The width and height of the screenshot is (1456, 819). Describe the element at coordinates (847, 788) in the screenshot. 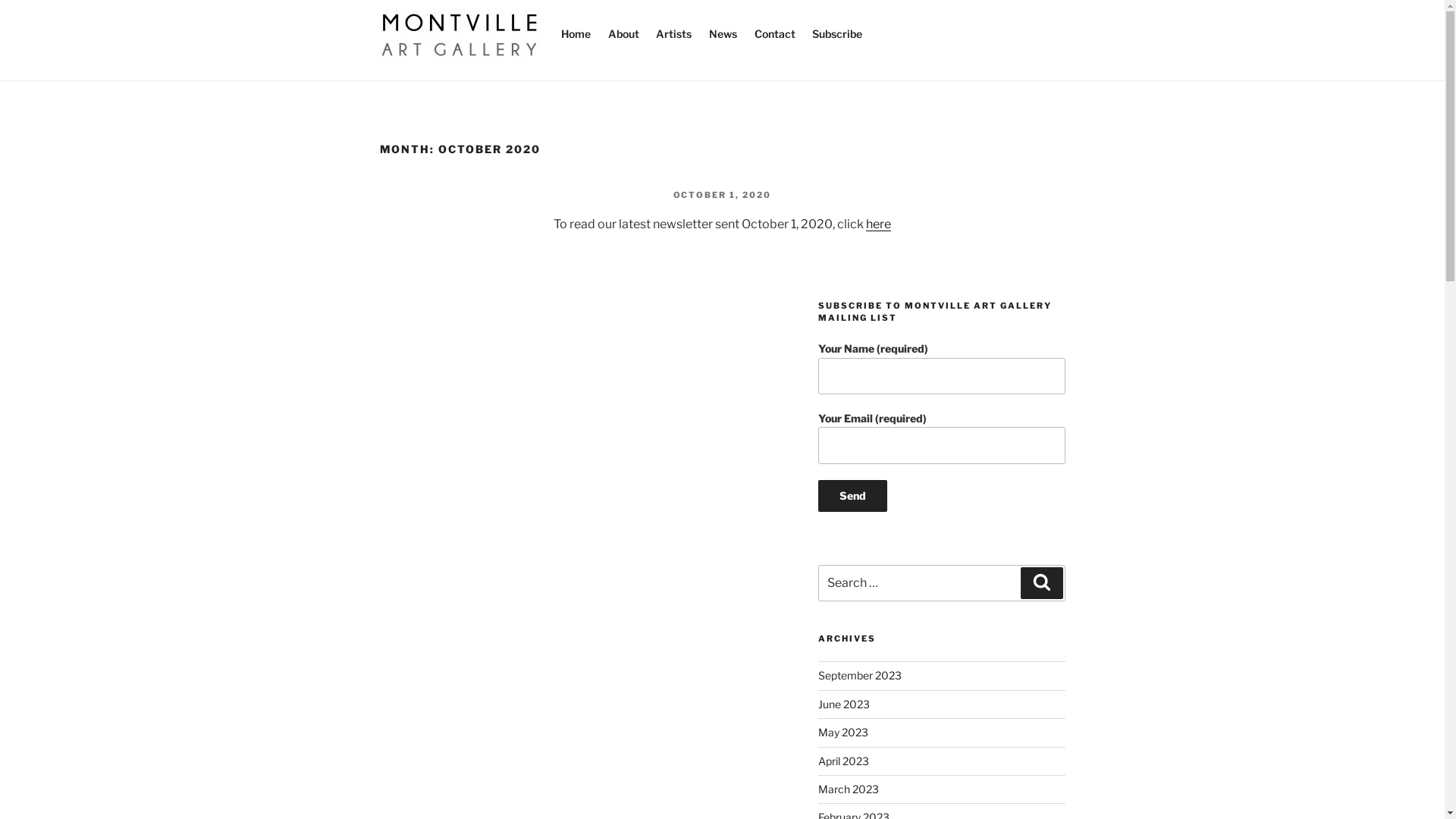

I see `'March 2023'` at that location.